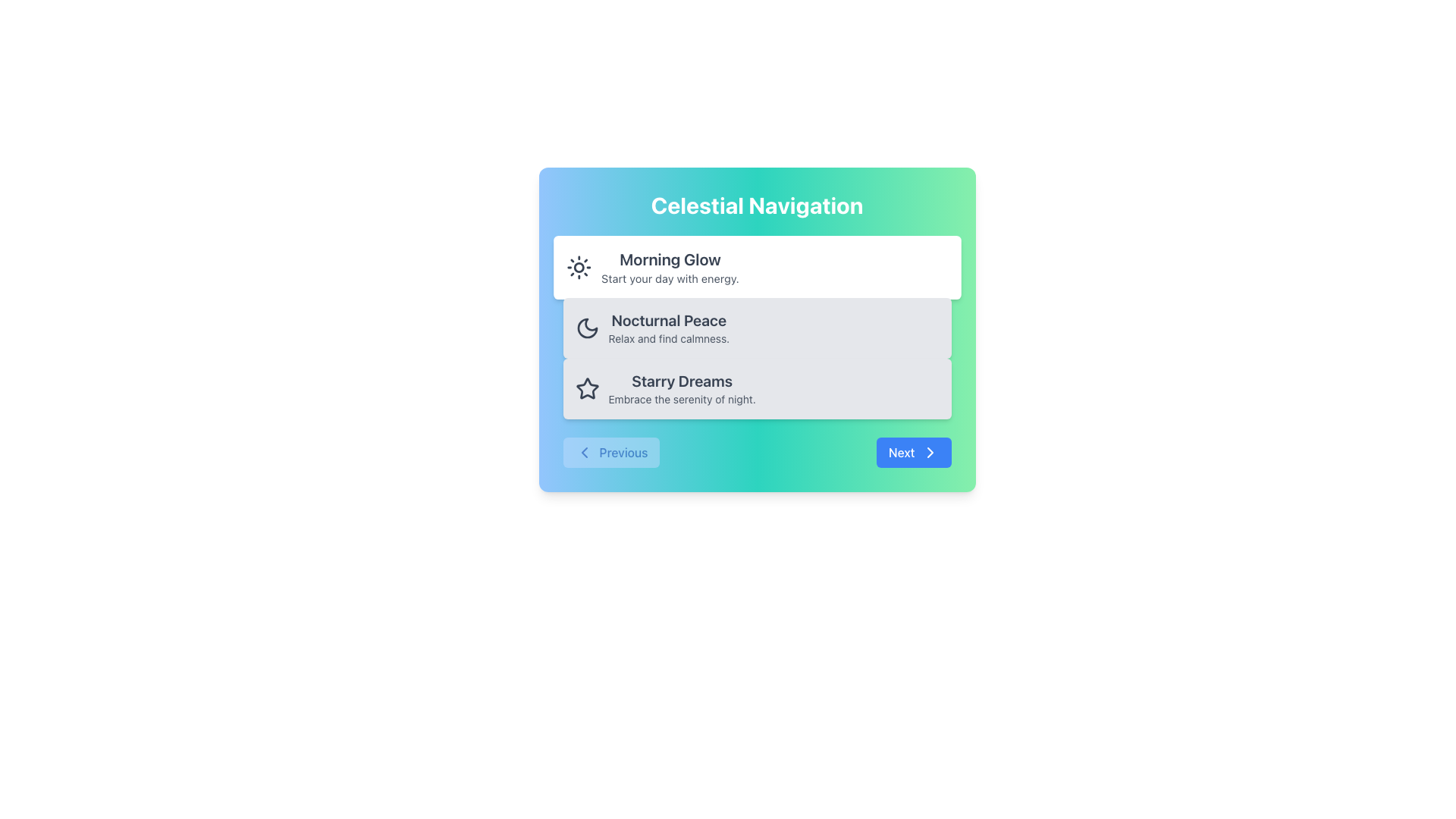 The image size is (1456, 819). I want to click on the 'Next' button, so click(913, 452).